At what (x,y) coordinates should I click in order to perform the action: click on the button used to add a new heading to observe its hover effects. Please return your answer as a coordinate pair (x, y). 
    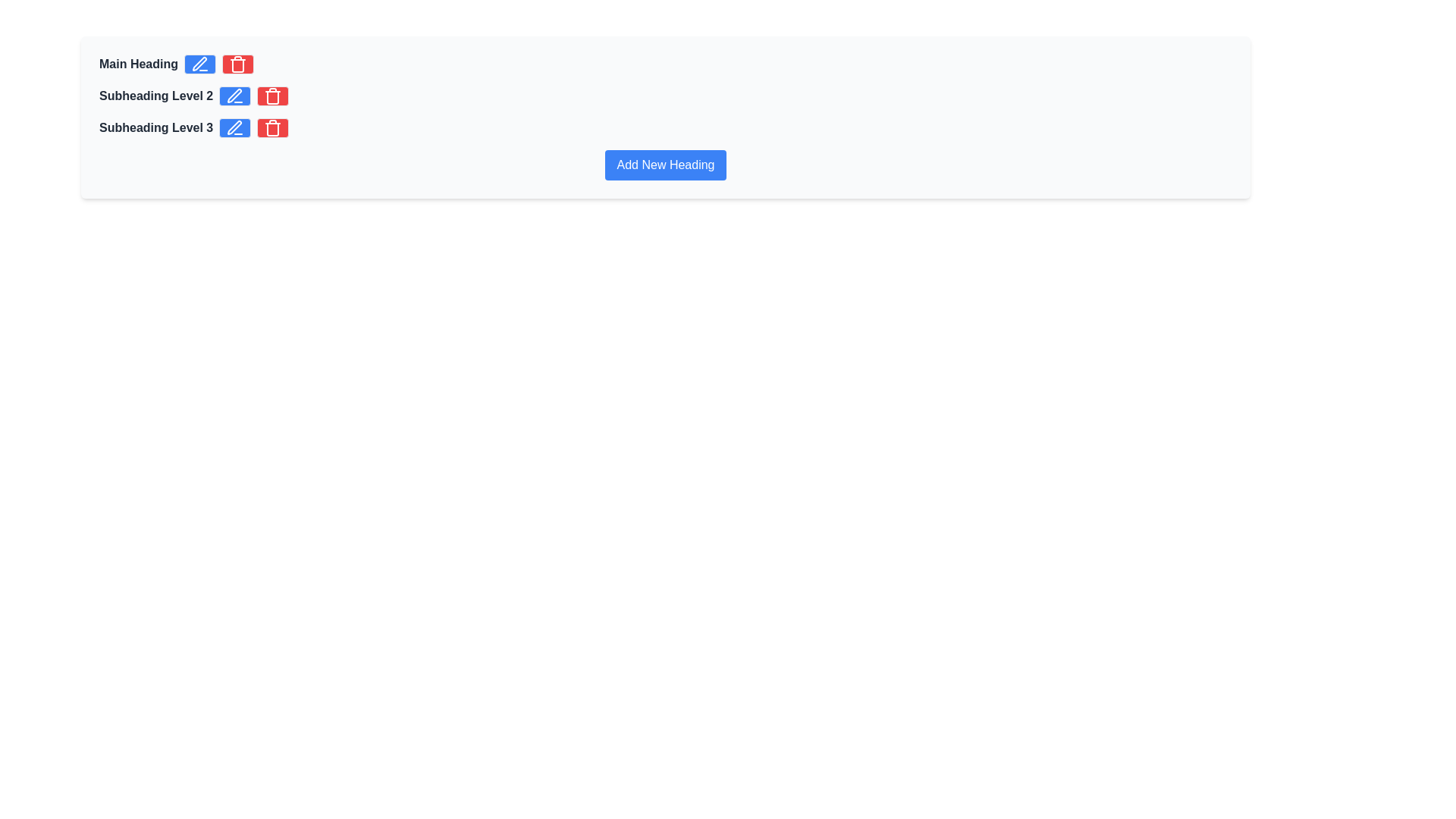
    Looking at the image, I should click on (666, 165).